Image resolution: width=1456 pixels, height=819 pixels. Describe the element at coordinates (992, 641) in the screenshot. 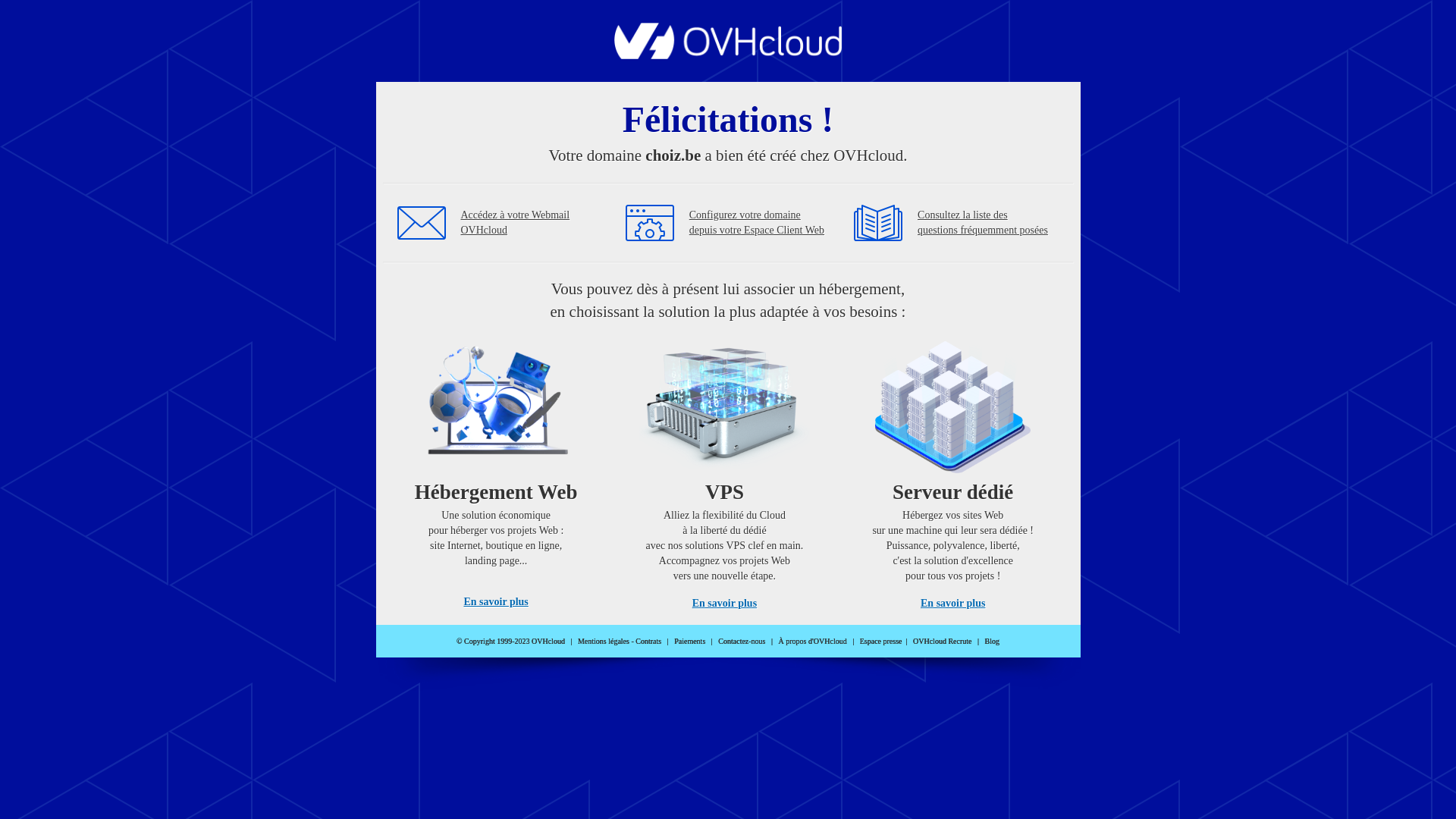

I see `'Blog'` at that location.